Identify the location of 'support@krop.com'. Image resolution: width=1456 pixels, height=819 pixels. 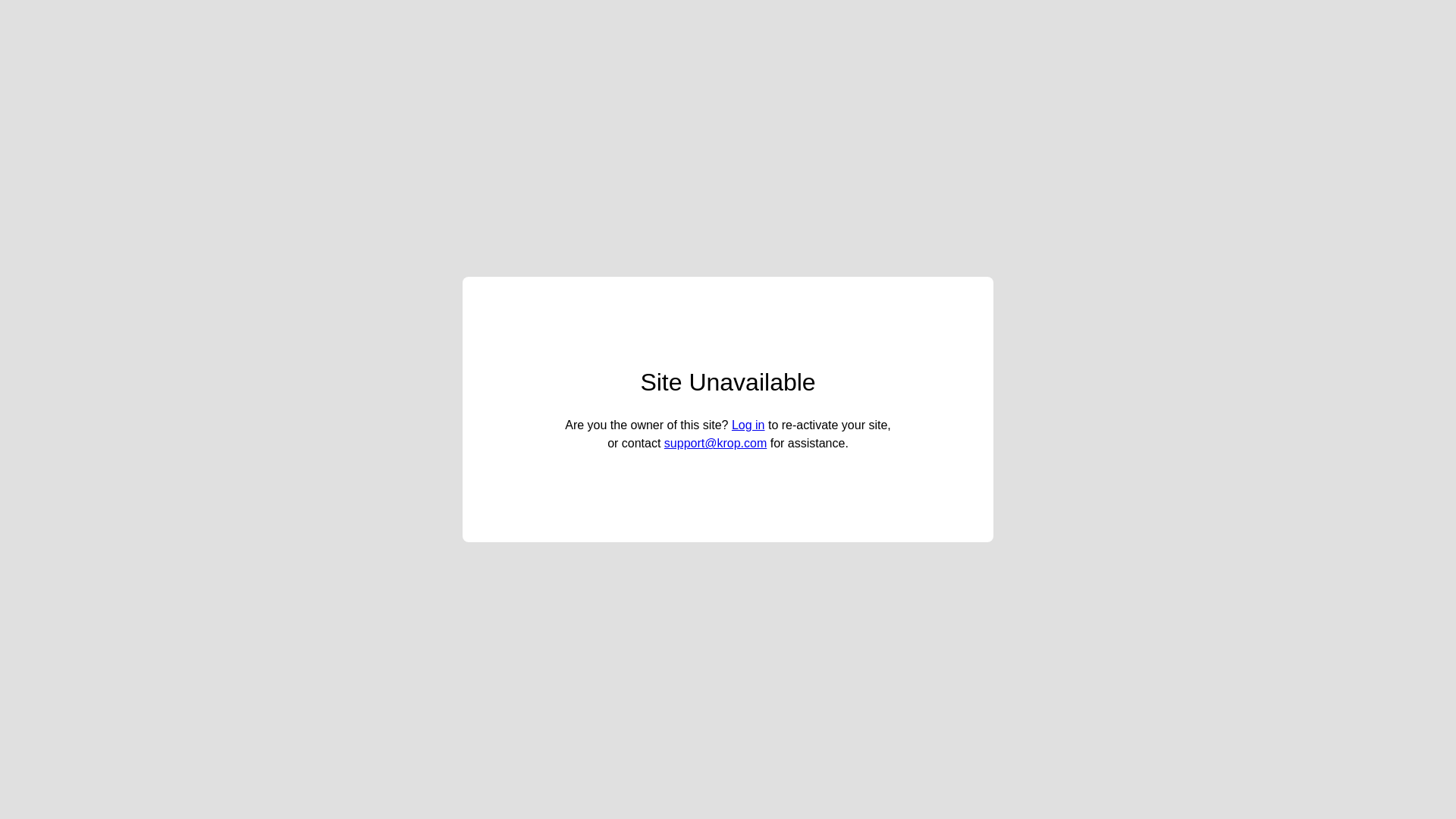
(714, 443).